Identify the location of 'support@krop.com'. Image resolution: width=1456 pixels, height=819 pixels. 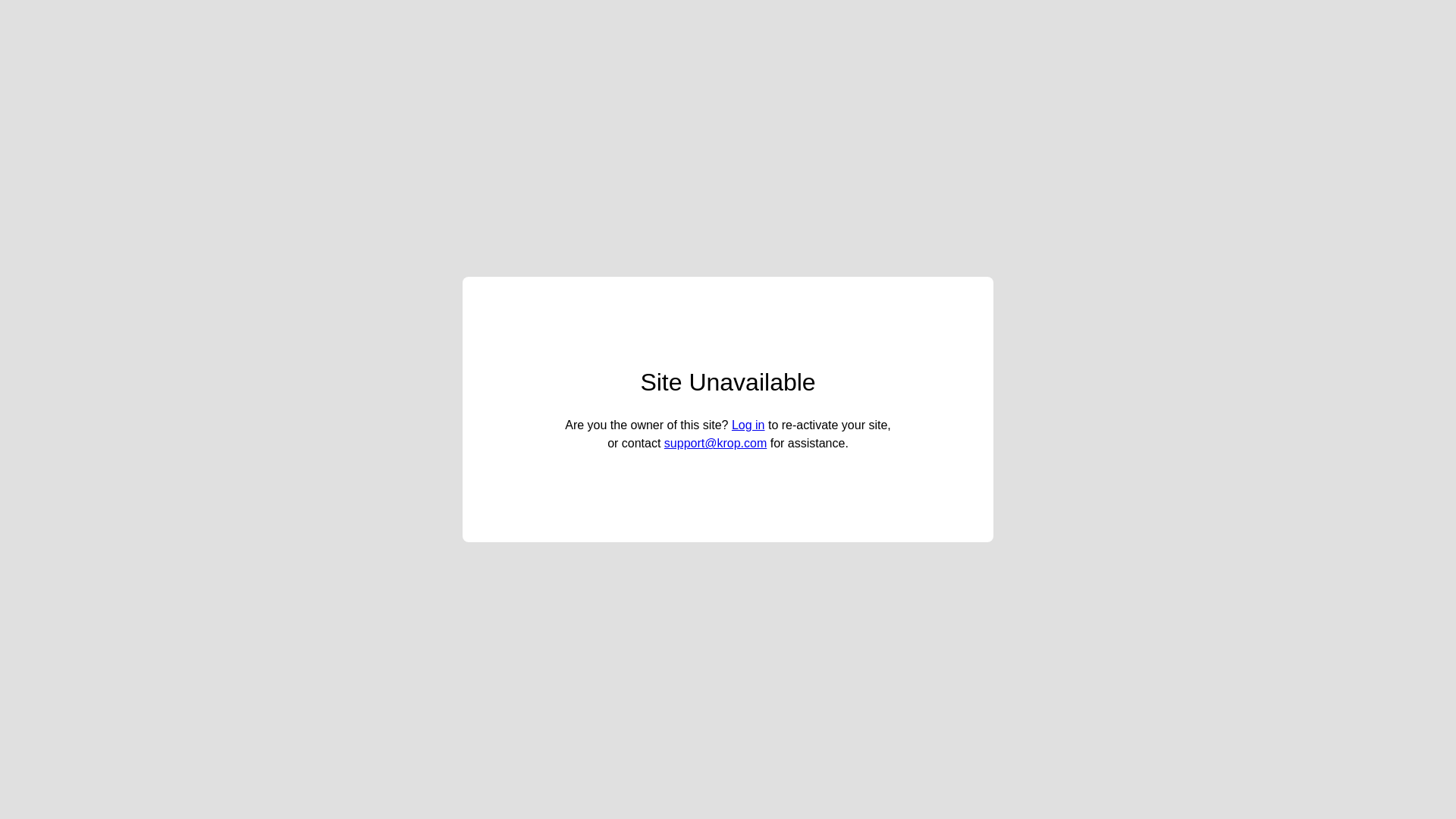
(714, 443).